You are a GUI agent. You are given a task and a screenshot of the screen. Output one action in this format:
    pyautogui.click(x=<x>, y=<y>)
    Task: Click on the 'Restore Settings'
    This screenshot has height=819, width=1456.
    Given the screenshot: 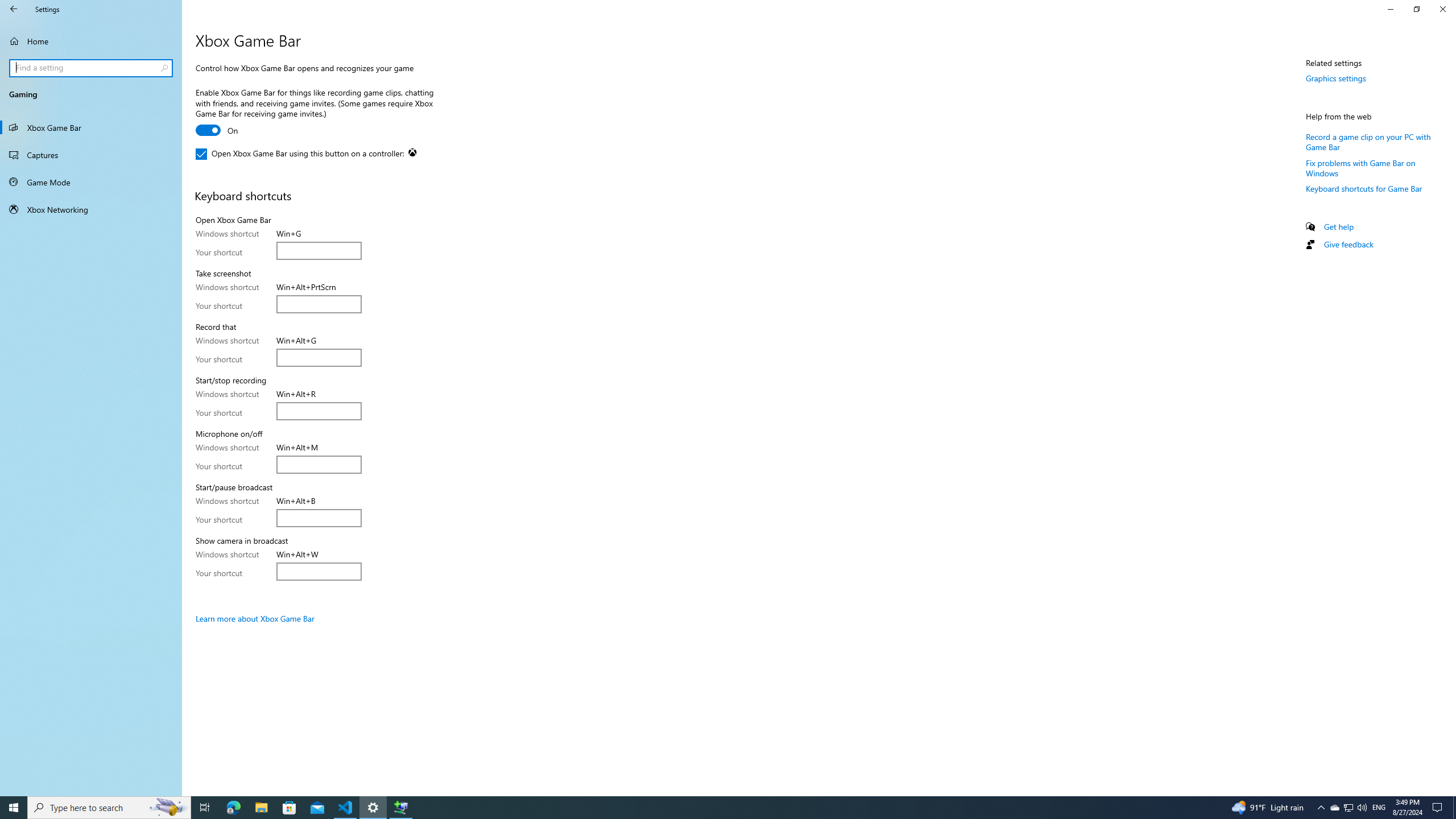 What is the action you would take?
    pyautogui.click(x=1416, y=9)
    